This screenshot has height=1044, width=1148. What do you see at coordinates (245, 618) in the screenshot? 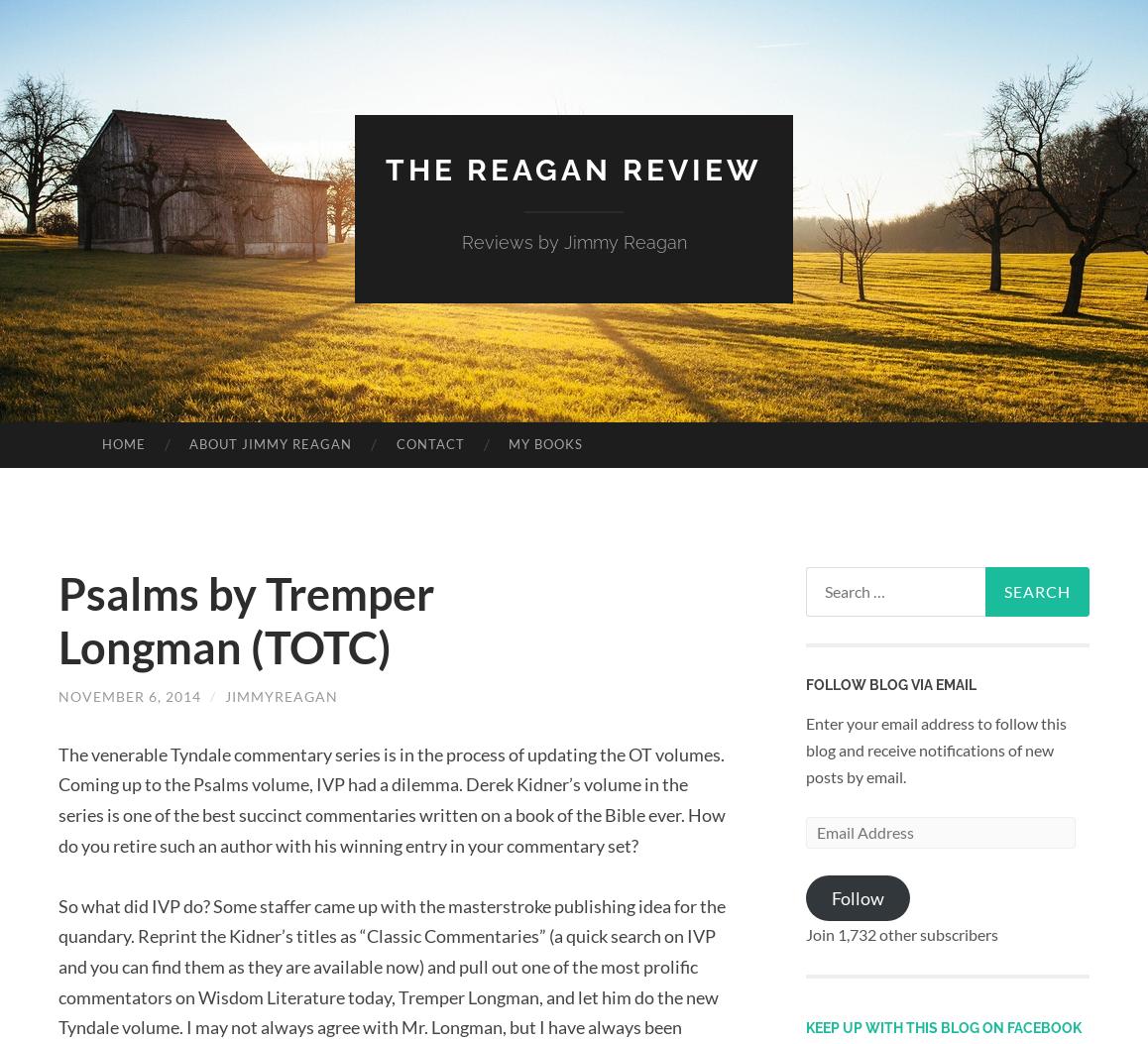
I see `'Psalms by Tremper Longman (TOTC)'` at bounding box center [245, 618].